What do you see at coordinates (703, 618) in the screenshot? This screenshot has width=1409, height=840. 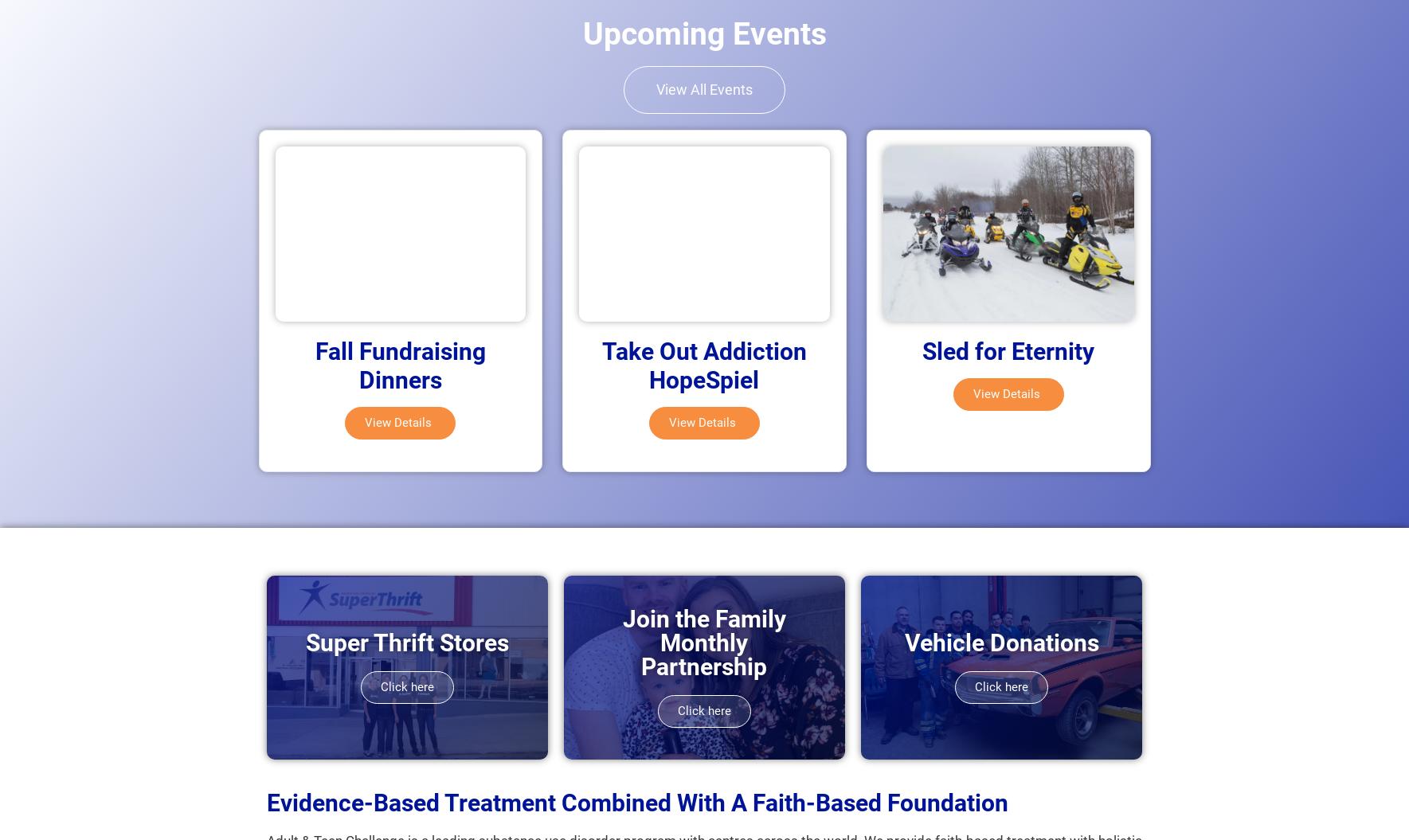 I see `'Join the Family'` at bounding box center [703, 618].